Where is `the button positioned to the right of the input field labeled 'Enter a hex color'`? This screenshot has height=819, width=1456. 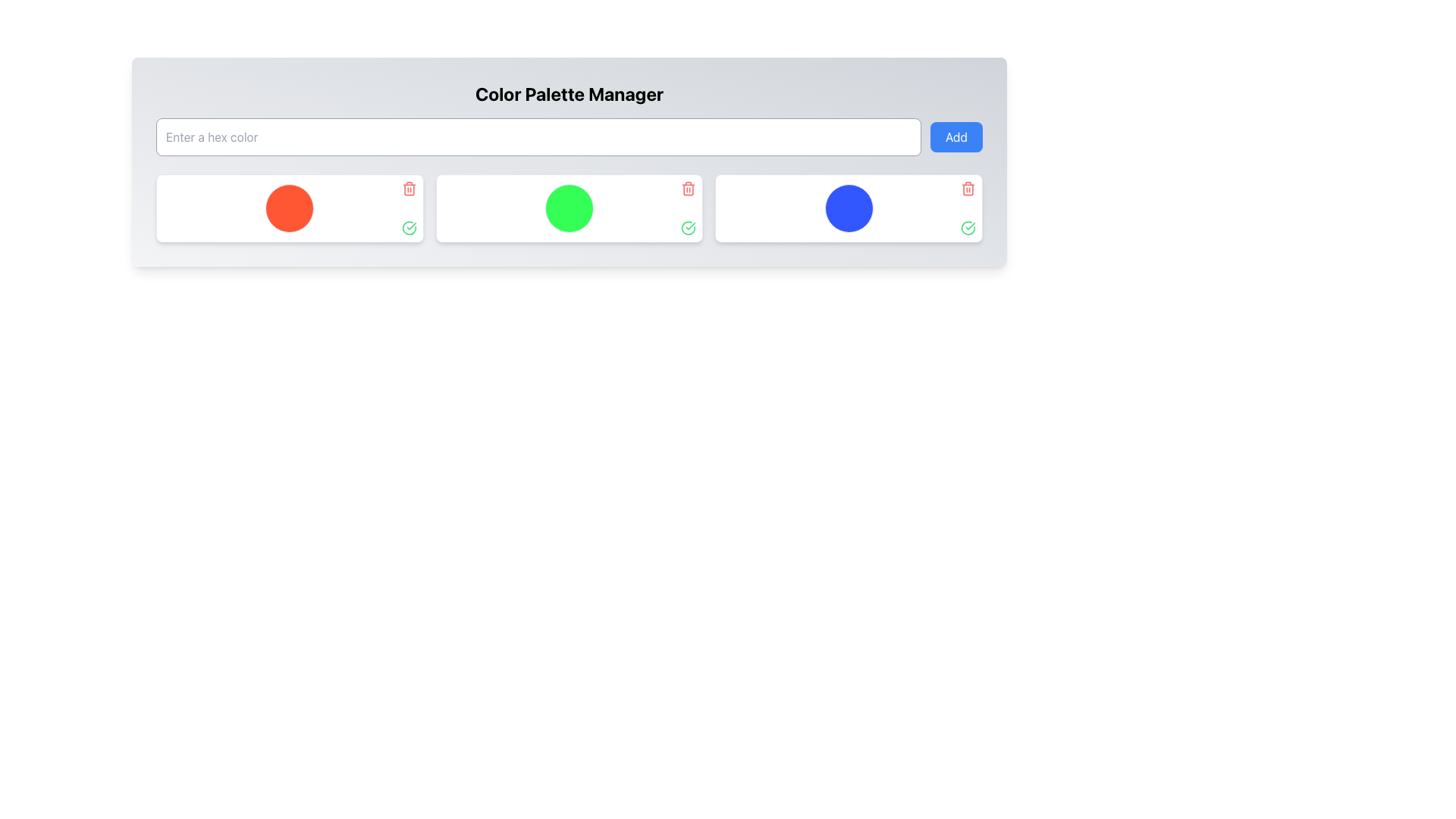
the button positioned to the right of the input field labeled 'Enter a hex color' is located at coordinates (955, 137).